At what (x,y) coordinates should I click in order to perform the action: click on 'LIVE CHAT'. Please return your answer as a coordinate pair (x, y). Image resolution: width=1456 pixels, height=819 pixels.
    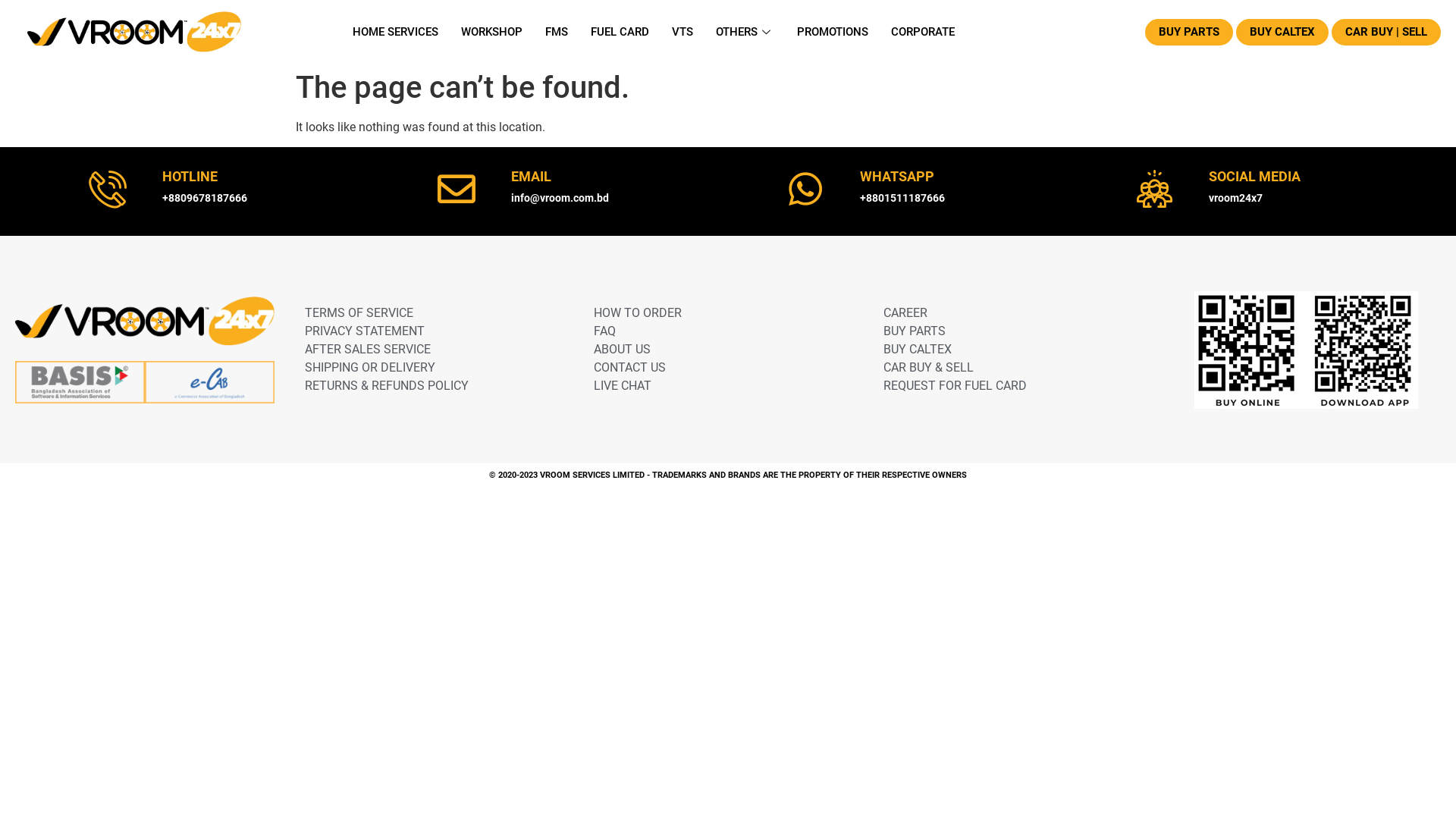
    Looking at the image, I should click on (592, 385).